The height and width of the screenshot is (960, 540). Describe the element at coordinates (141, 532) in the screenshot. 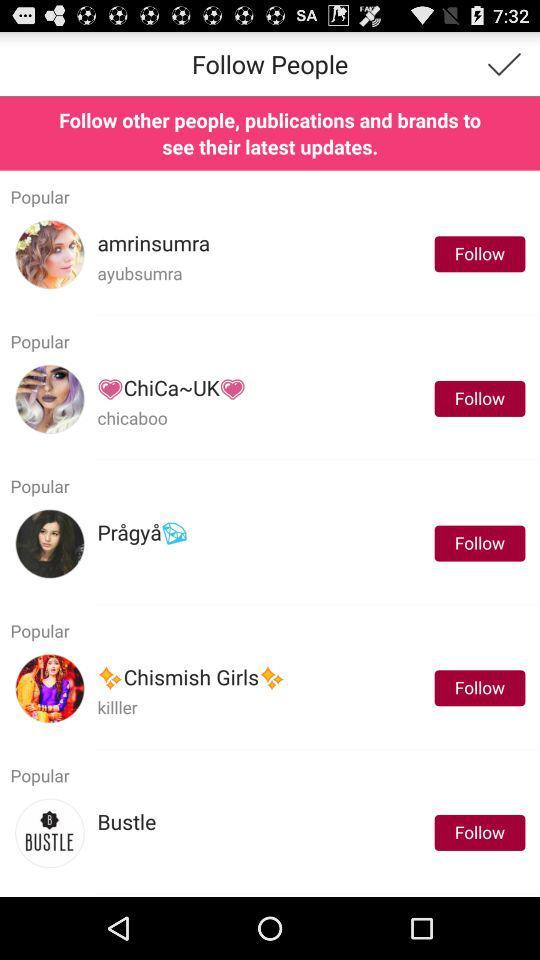

I see `the item to the left of the follow` at that location.